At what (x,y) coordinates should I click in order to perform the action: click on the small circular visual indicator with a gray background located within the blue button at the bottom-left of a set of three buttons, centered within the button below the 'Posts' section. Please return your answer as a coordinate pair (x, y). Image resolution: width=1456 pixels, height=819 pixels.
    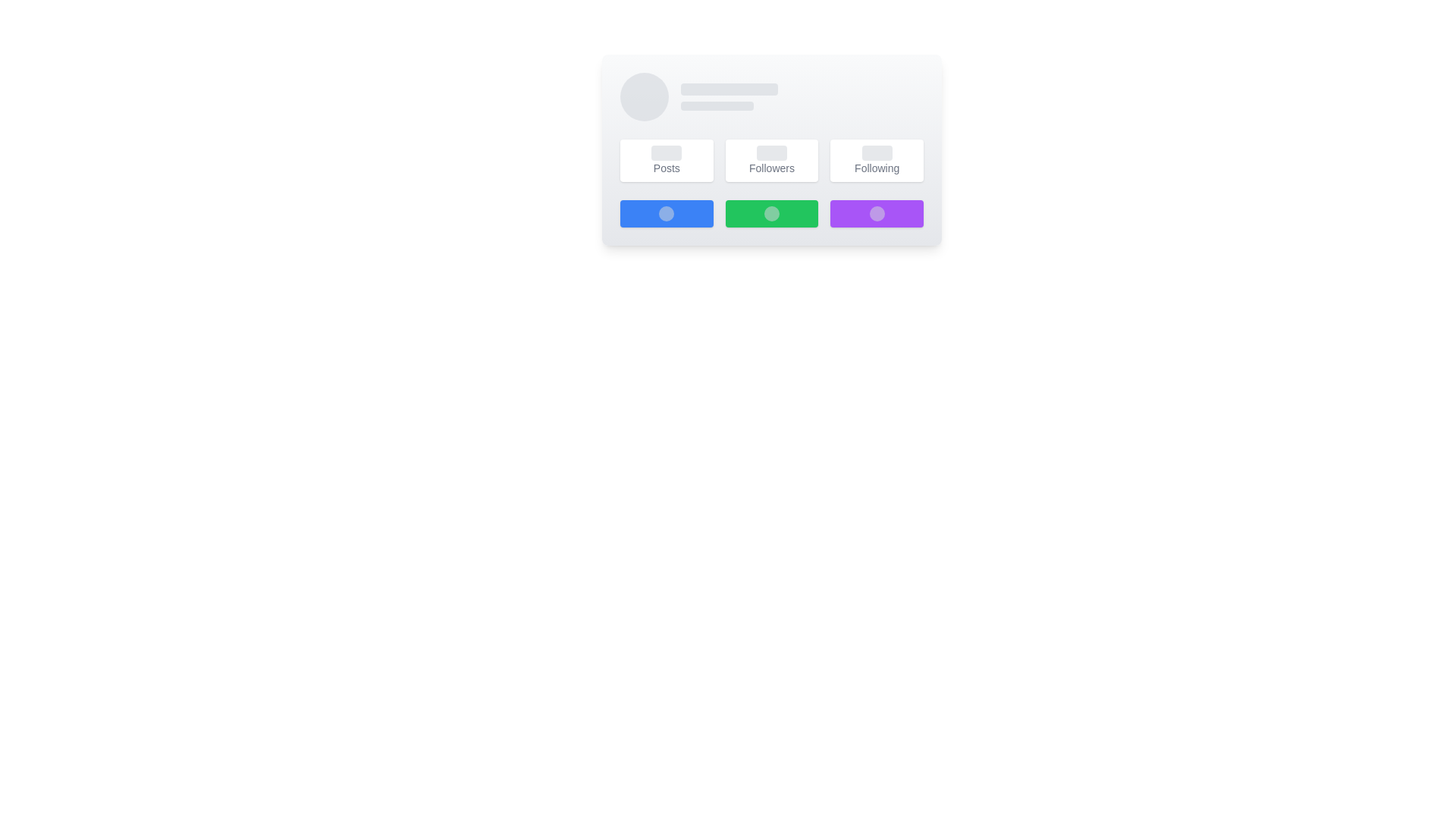
    Looking at the image, I should click on (667, 213).